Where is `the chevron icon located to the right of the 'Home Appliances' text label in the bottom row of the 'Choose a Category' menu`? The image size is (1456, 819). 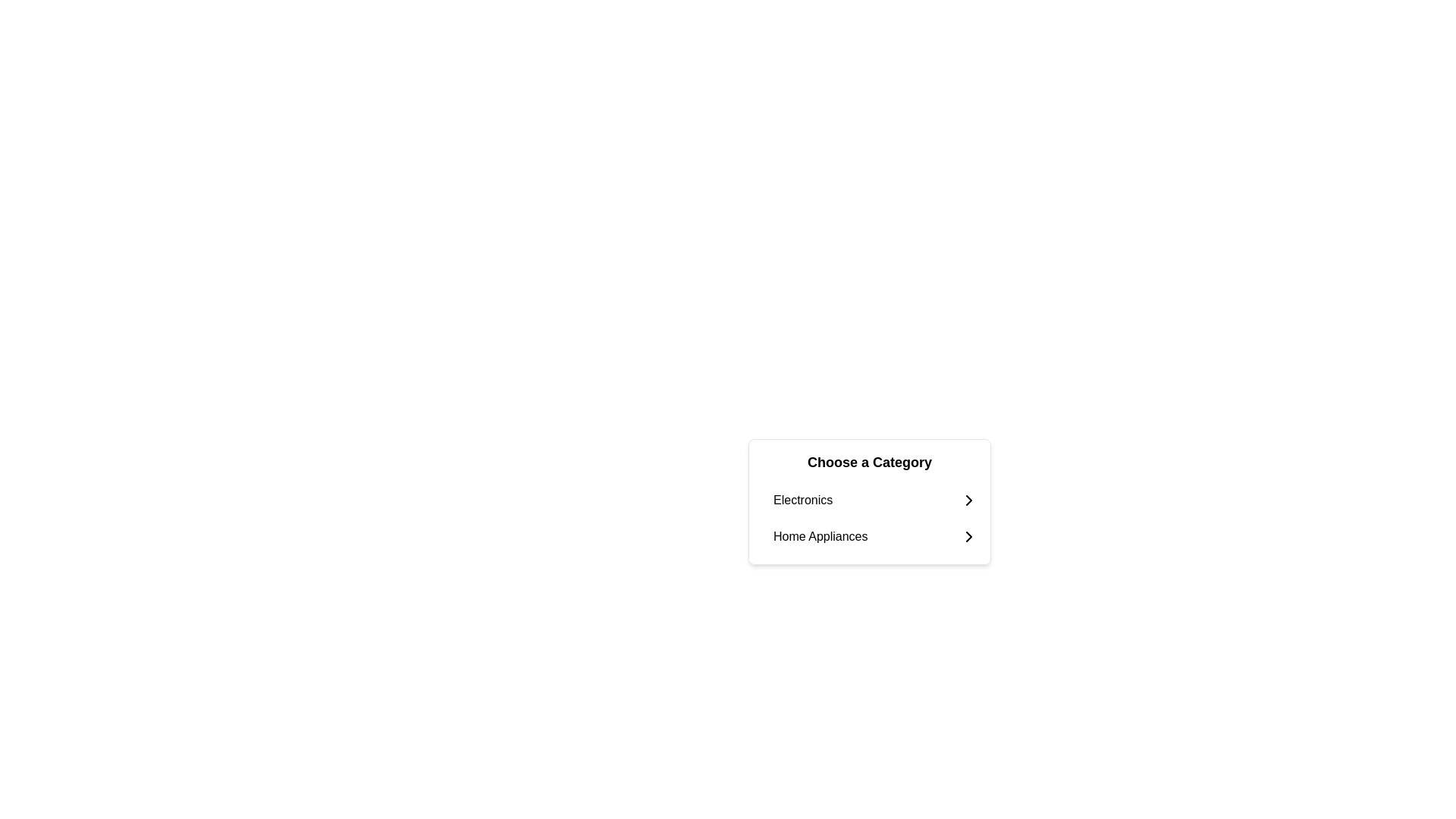 the chevron icon located to the right of the 'Home Appliances' text label in the bottom row of the 'Choose a Category' menu is located at coordinates (968, 536).